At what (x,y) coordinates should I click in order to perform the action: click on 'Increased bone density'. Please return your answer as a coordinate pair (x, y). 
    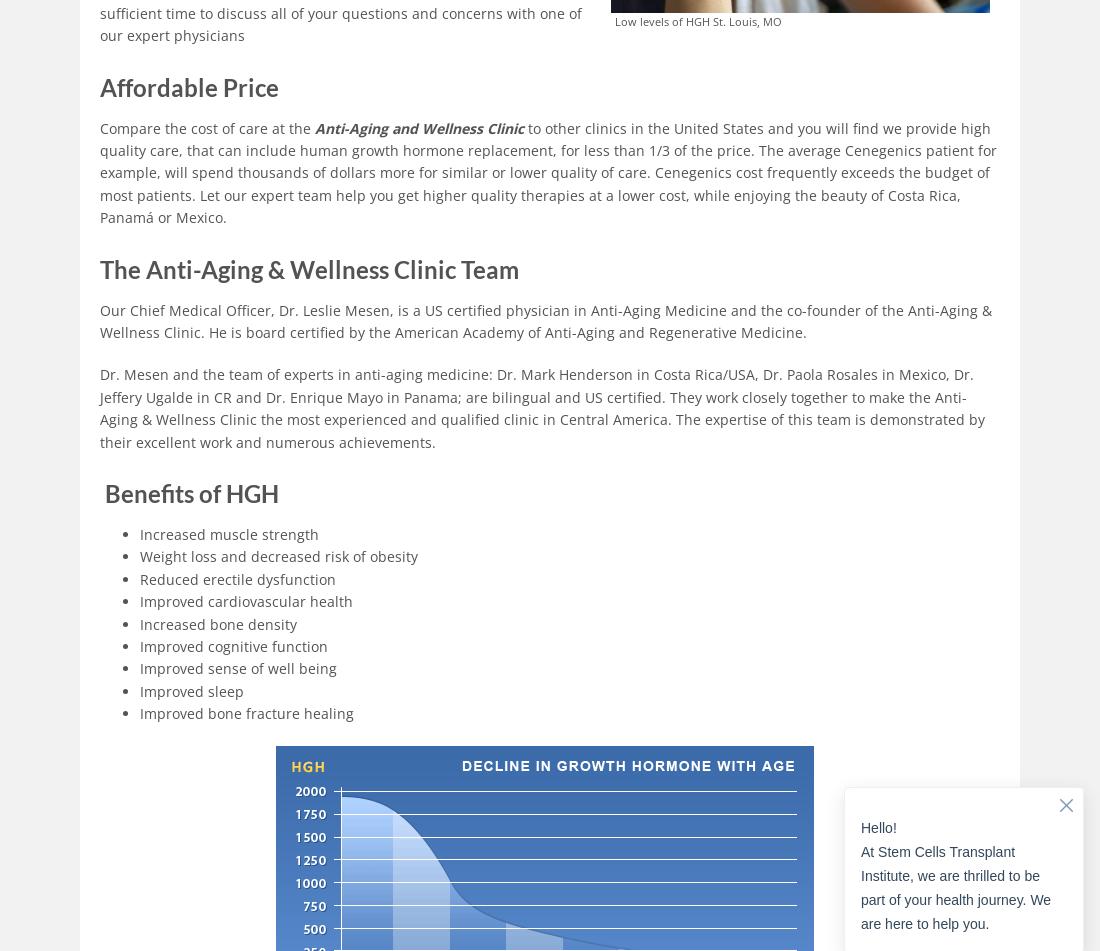
    Looking at the image, I should click on (218, 622).